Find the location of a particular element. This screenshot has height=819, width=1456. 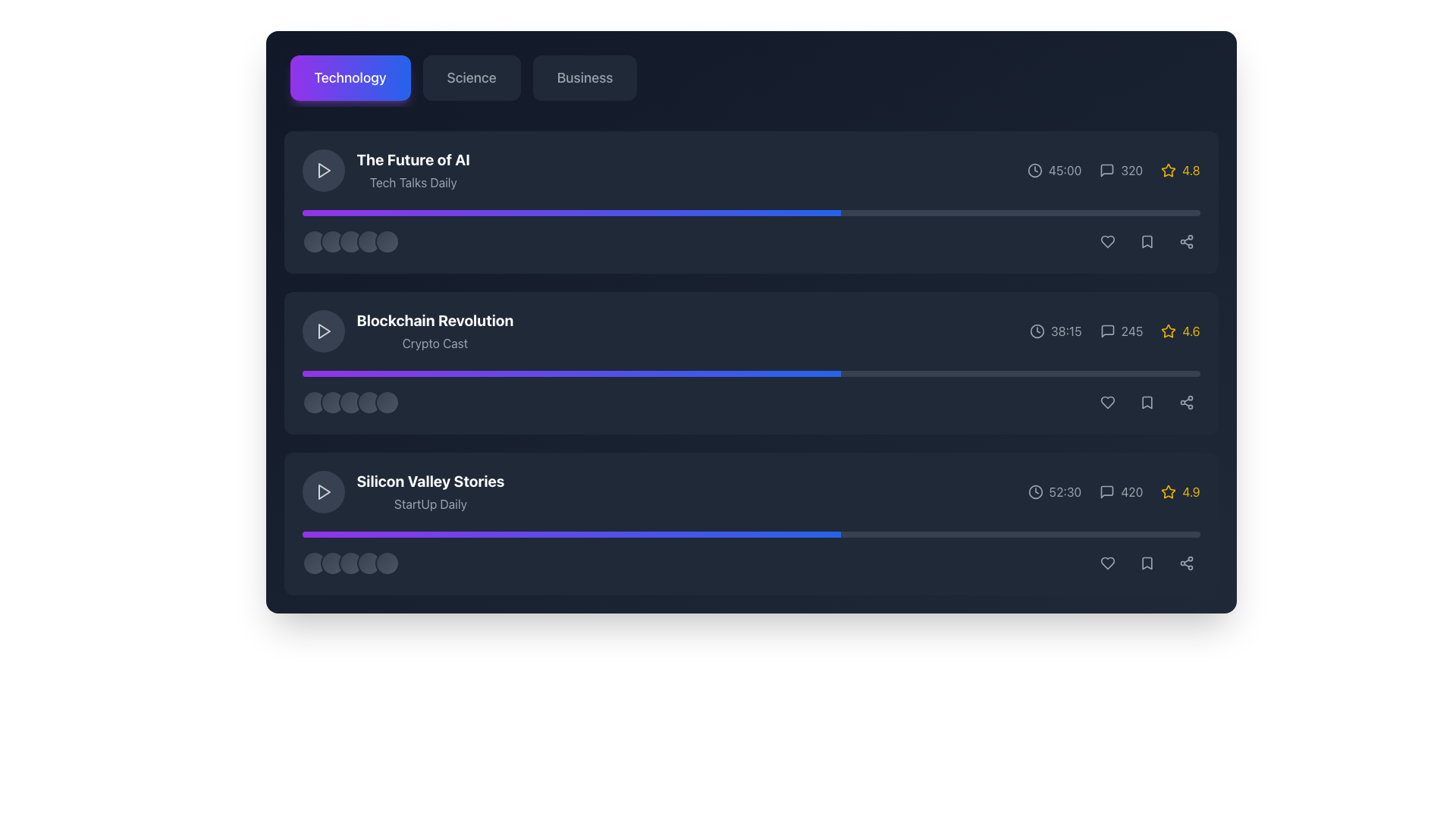

the yellow star icon and rating label displaying '4.8' located at the far right side of the horizontal row of items is located at coordinates (1179, 170).